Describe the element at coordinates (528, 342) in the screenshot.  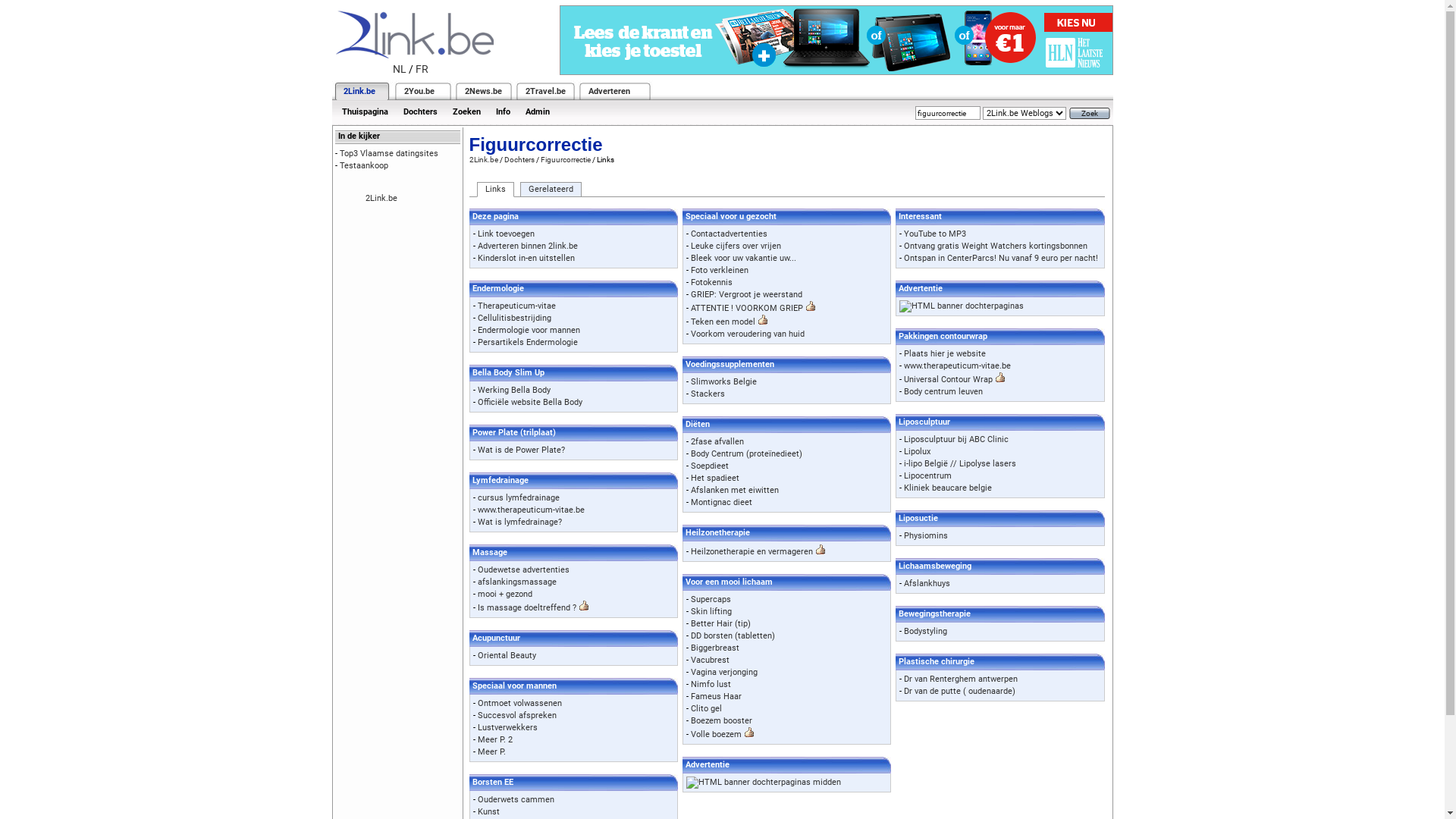
I see `'Persartikels Endermologie'` at that location.